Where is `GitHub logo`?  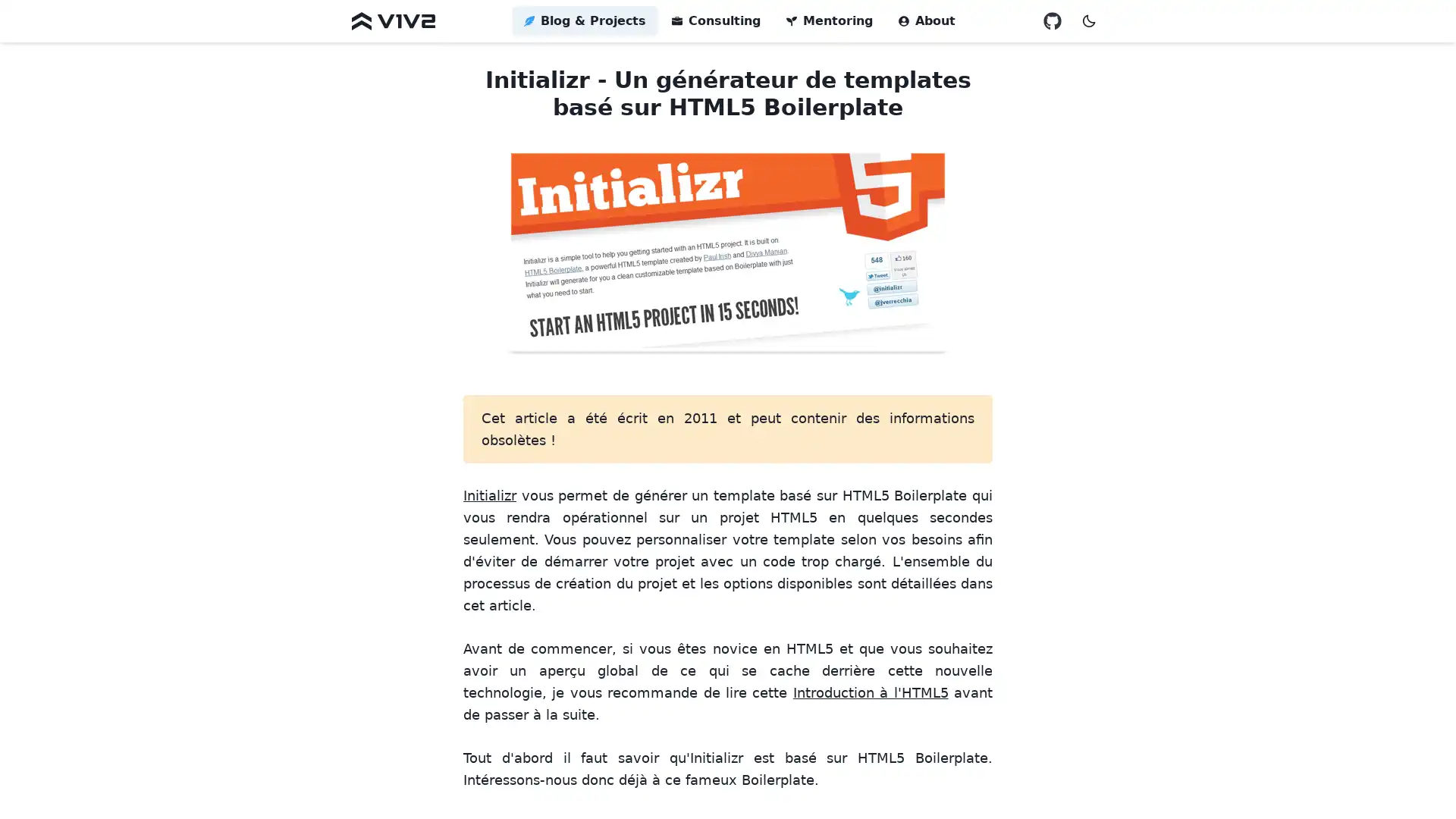
GitHub logo is located at coordinates (1051, 20).